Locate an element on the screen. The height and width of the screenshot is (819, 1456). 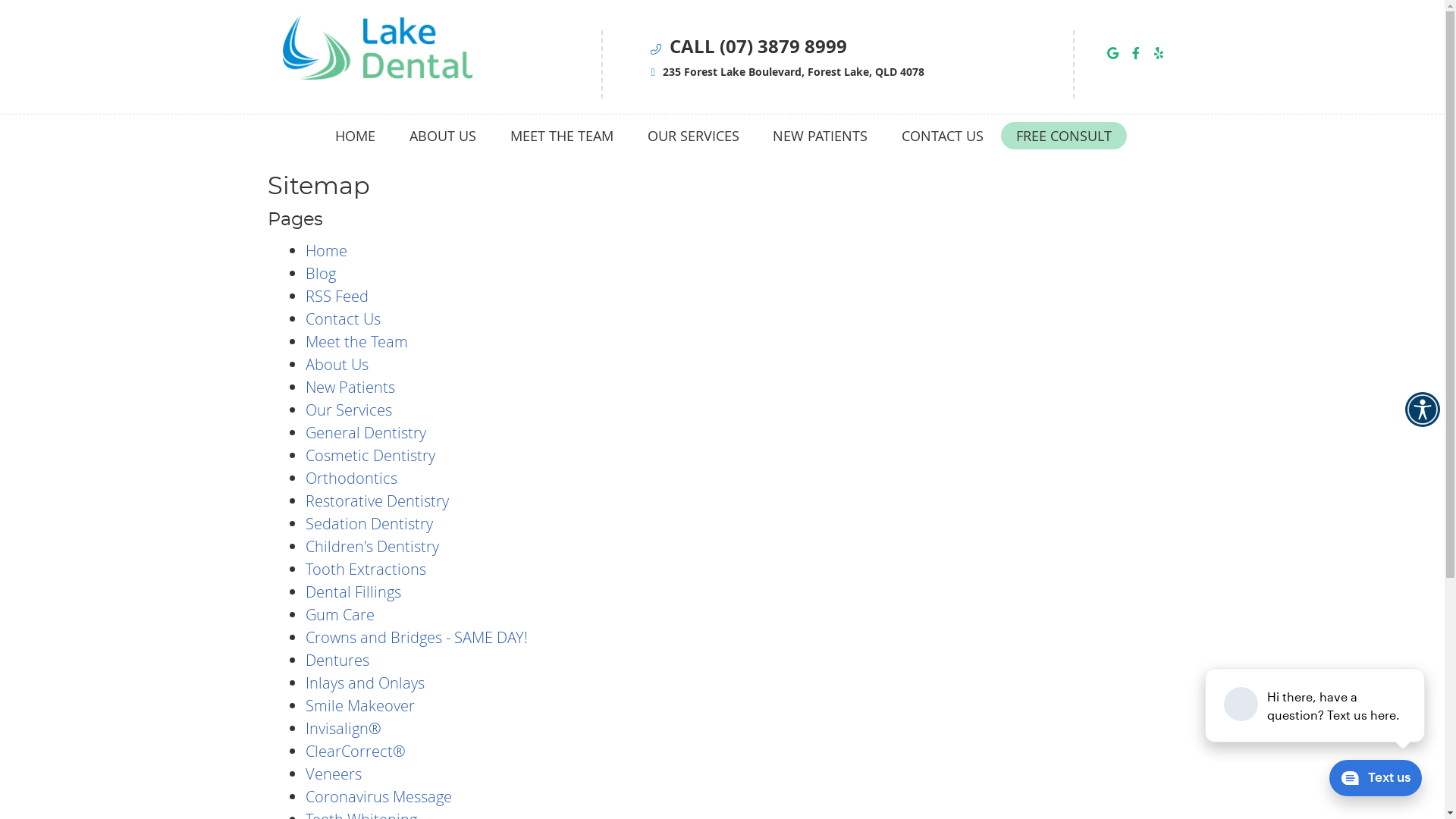
'ABOUT US' is located at coordinates (393, 134).